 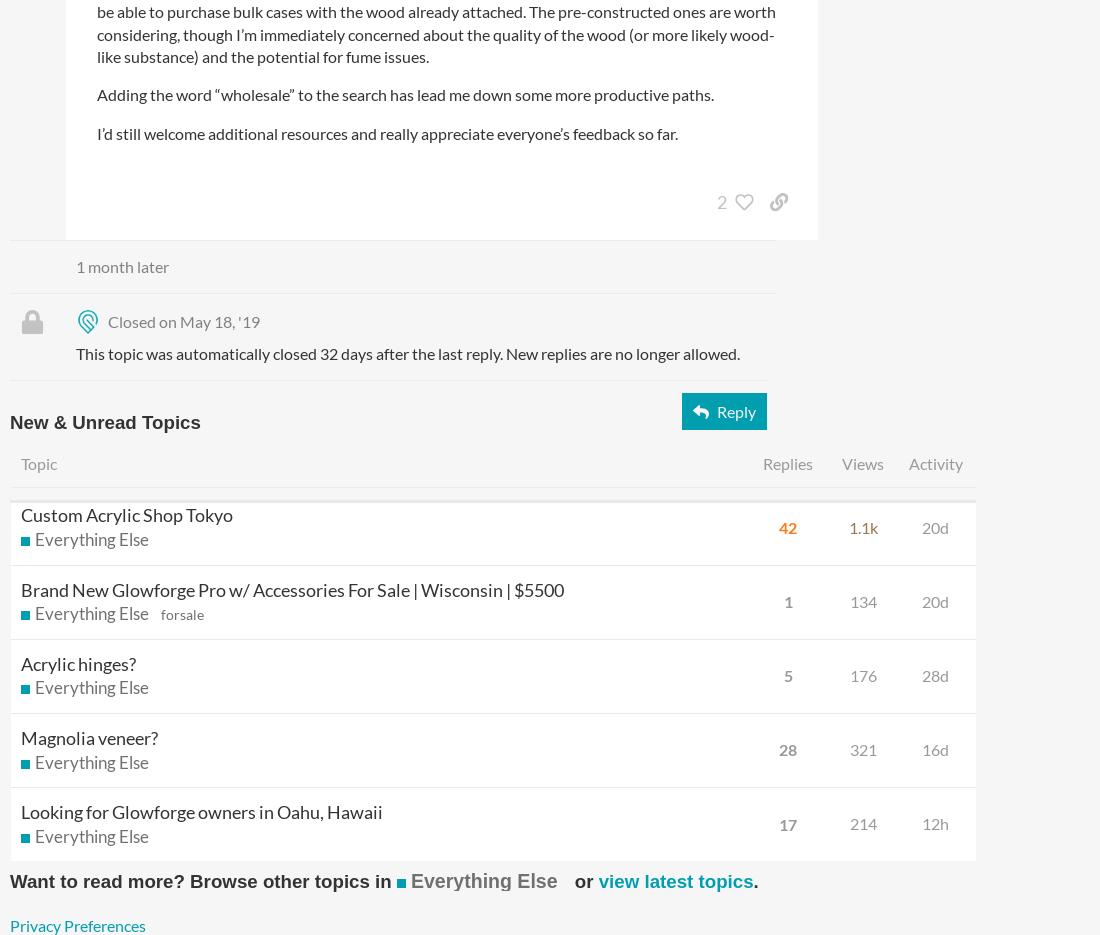 I want to click on 'on May 18, '19', so click(x=209, y=321).